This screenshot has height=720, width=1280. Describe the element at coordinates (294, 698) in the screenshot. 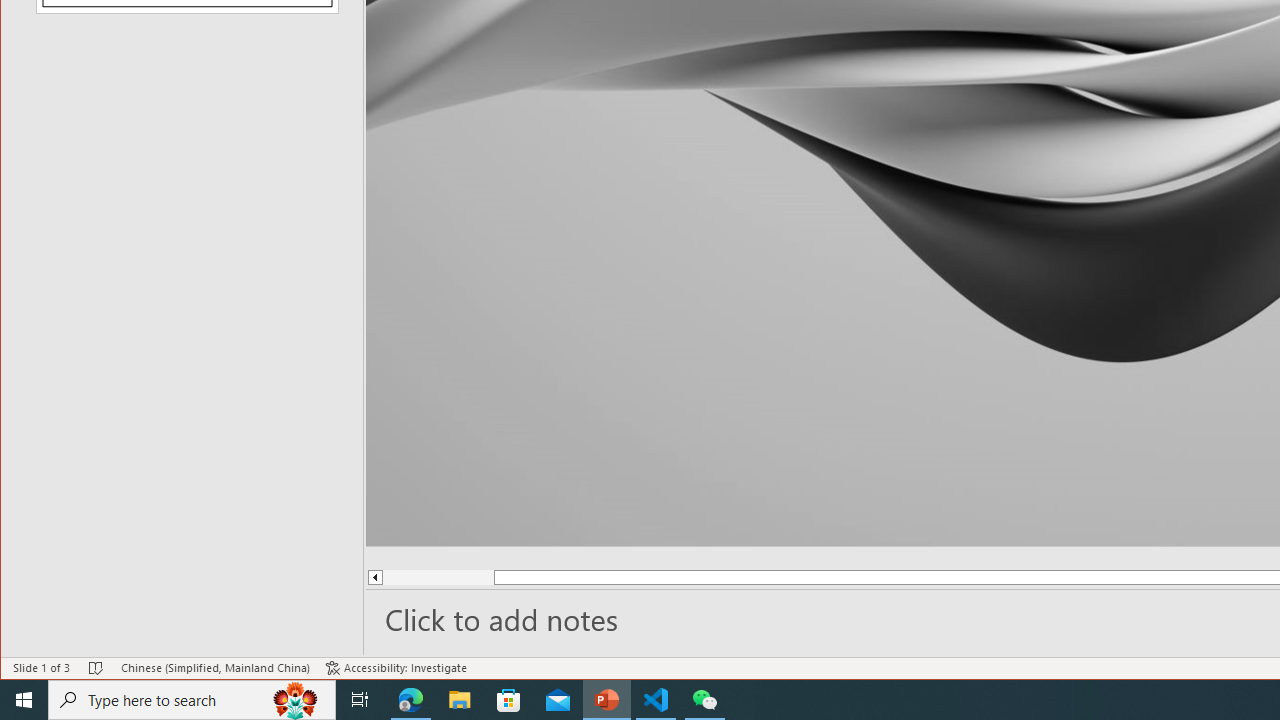

I see `'Search highlights icon opens search home window'` at that location.